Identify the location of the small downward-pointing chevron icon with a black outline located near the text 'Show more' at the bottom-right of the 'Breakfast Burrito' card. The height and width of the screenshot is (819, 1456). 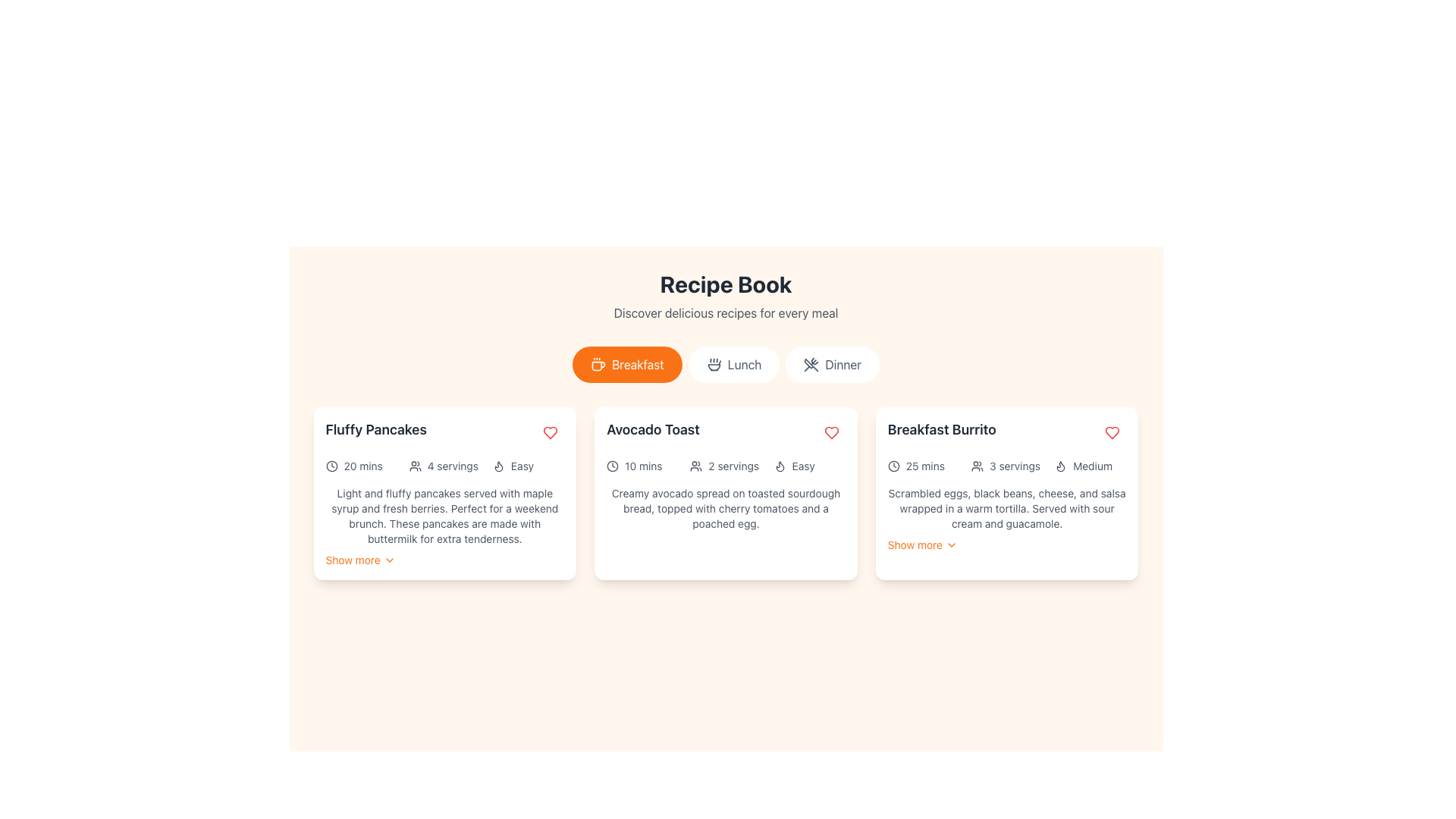
(950, 544).